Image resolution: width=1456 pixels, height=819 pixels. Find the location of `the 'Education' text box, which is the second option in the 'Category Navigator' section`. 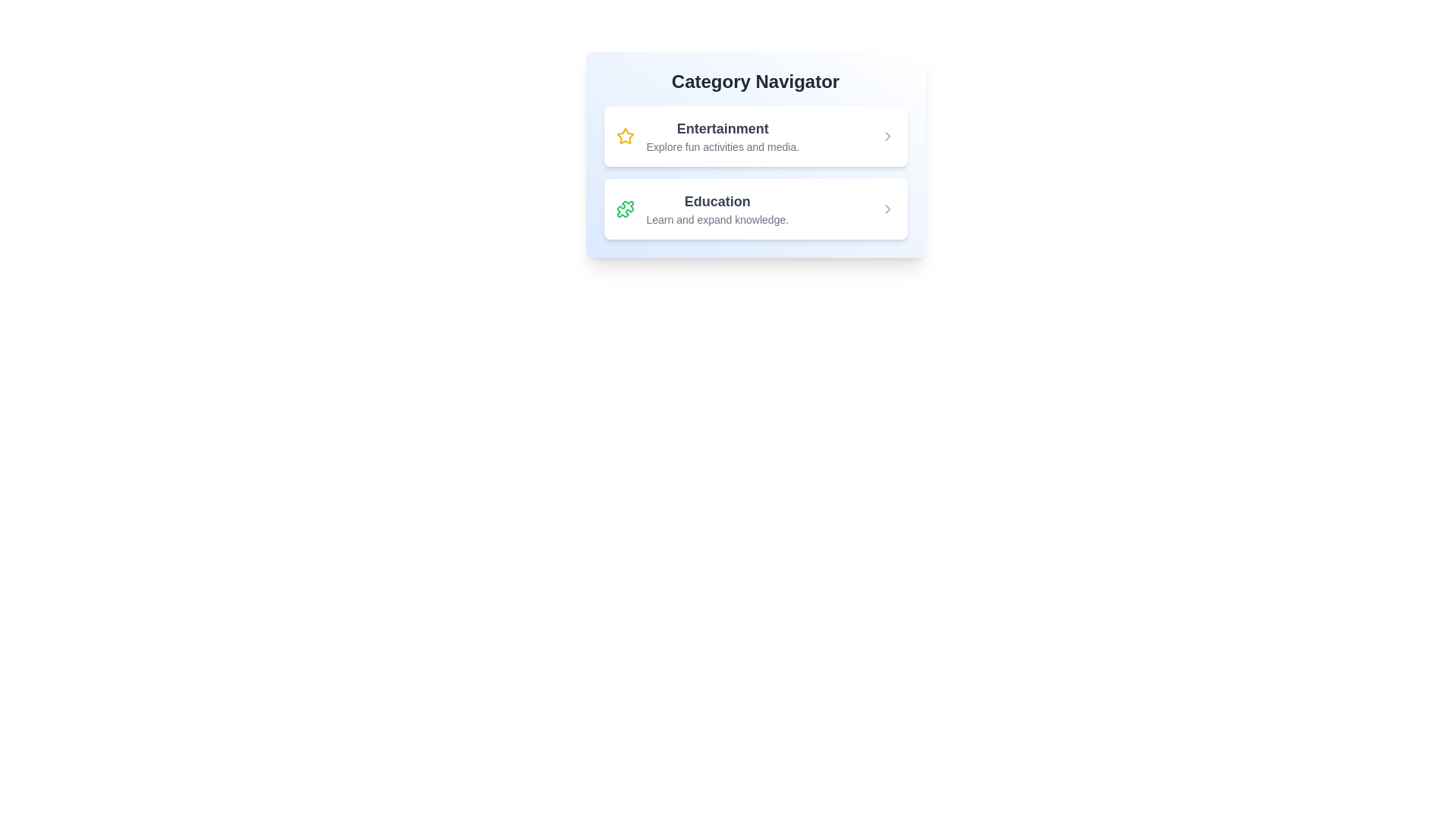

the 'Education' text box, which is the second option in the 'Category Navigator' section is located at coordinates (717, 209).